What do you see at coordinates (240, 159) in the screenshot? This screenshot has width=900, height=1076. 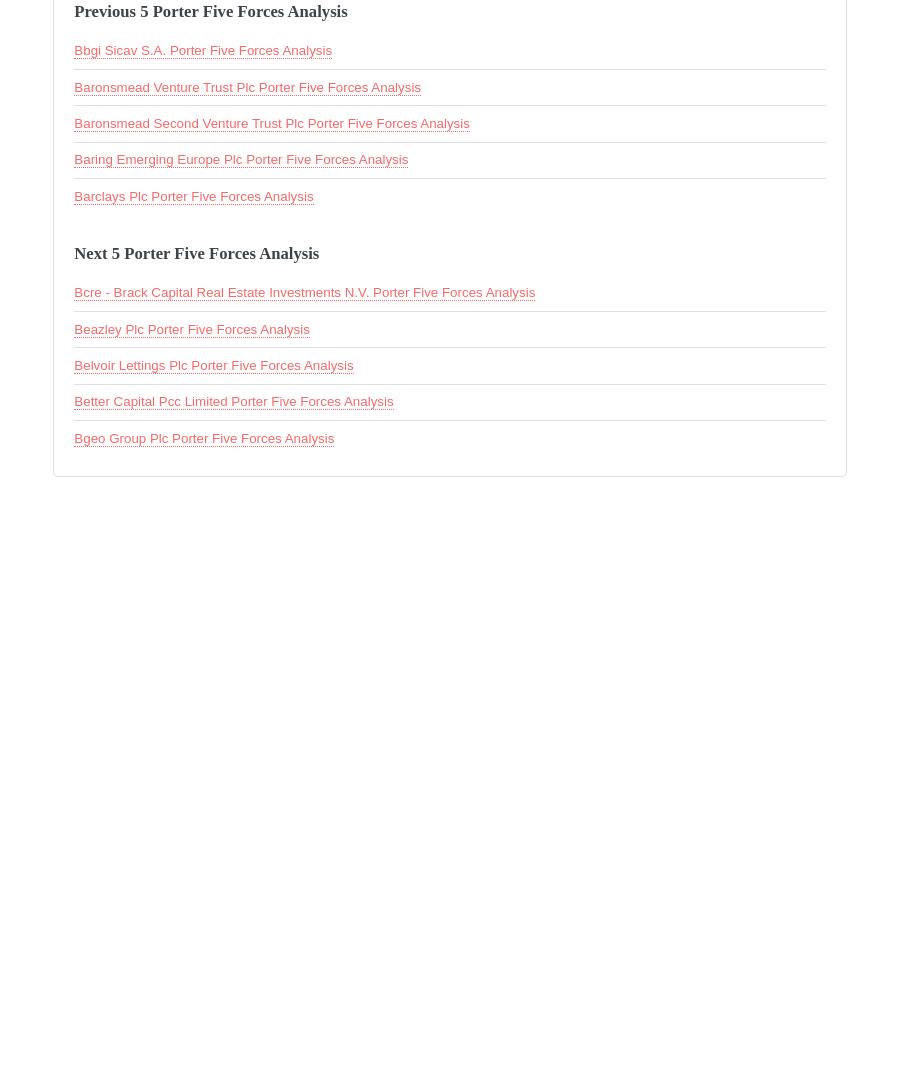 I see `'Baring Emerging Europe Plc Porter Five Forces Analysis'` at bounding box center [240, 159].